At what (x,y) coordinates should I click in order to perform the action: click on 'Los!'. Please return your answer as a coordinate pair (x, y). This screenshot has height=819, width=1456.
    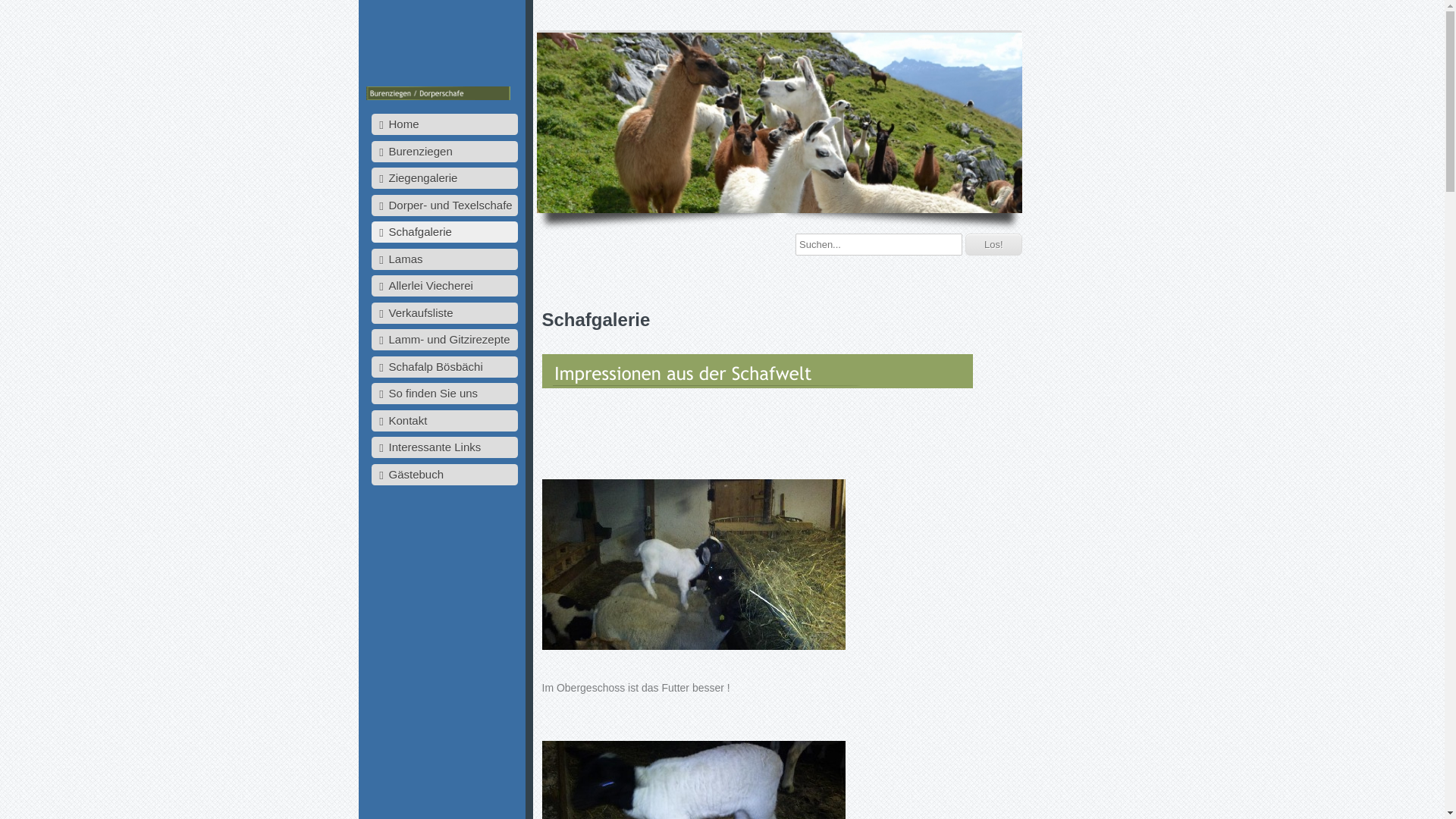
    Looking at the image, I should click on (993, 243).